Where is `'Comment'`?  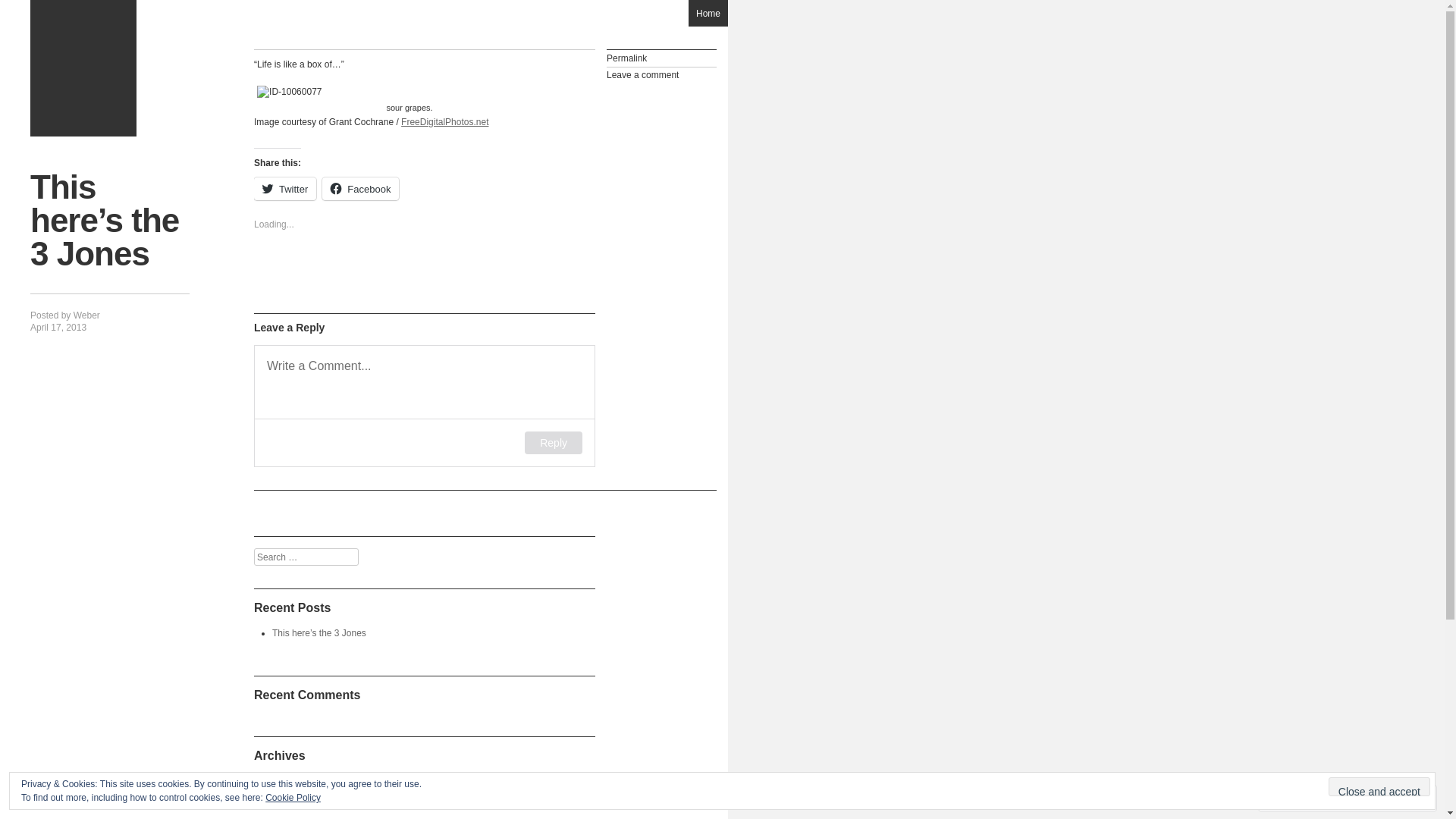 'Comment' is located at coordinates (1298, 797).